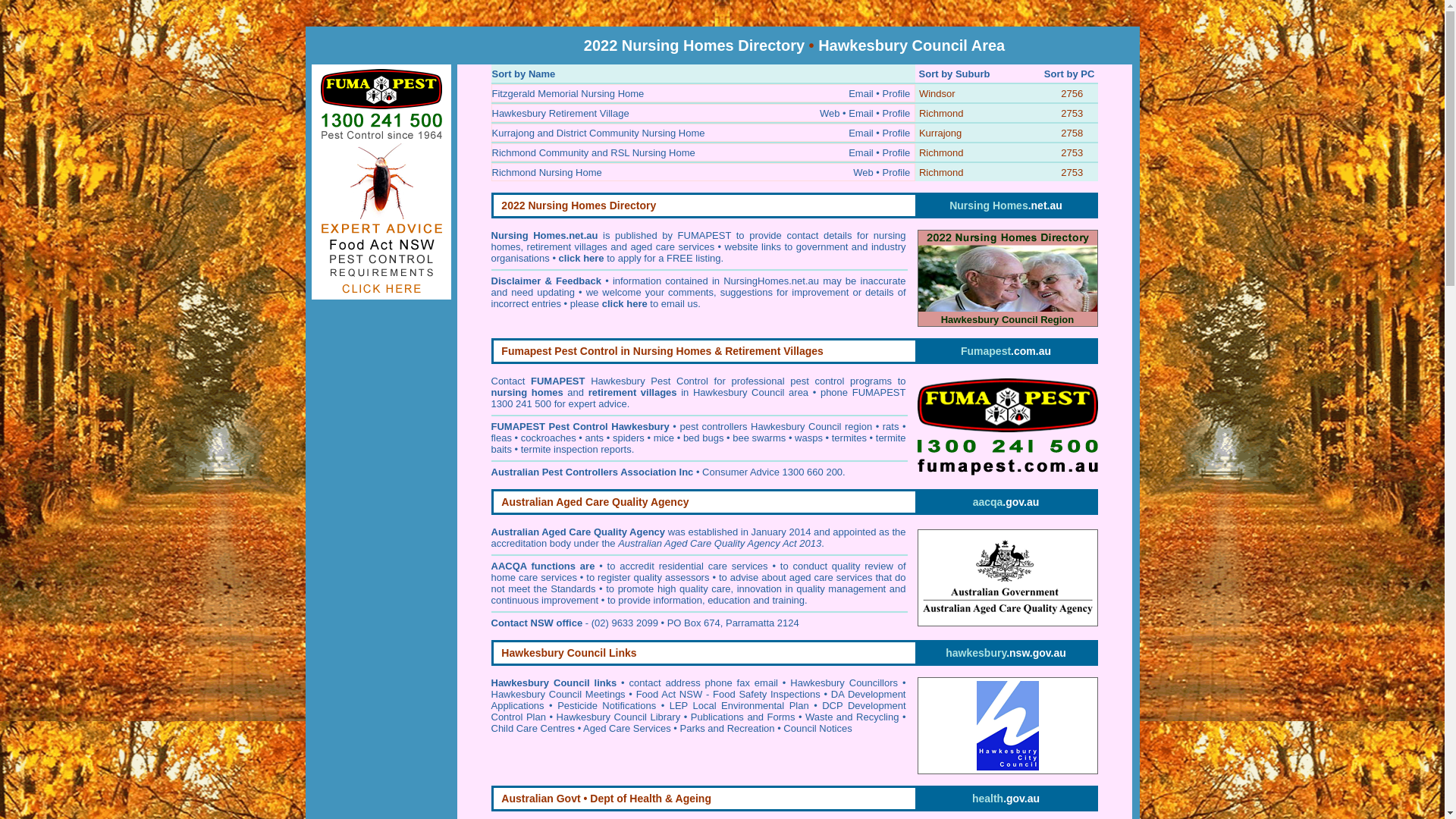 The width and height of the screenshot is (1456, 819). I want to click on 'Waste and Recycling', so click(852, 717).